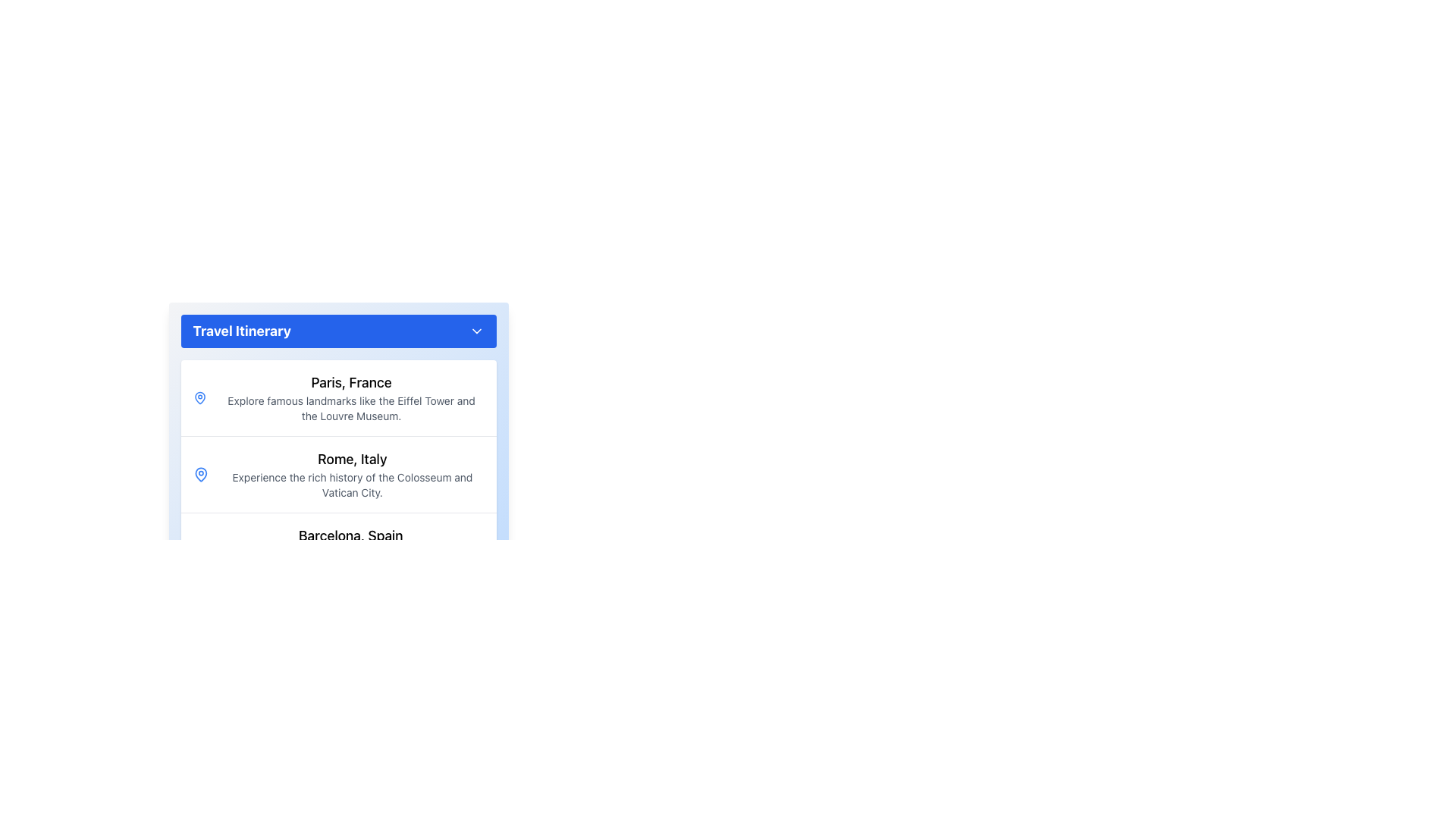  Describe the element at coordinates (350, 535) in the screenshot. I see `text label titled 'Barcelona, Spain' which is displayed in bold black font as the third title in the 'Travel Itinerary' section` at that location.